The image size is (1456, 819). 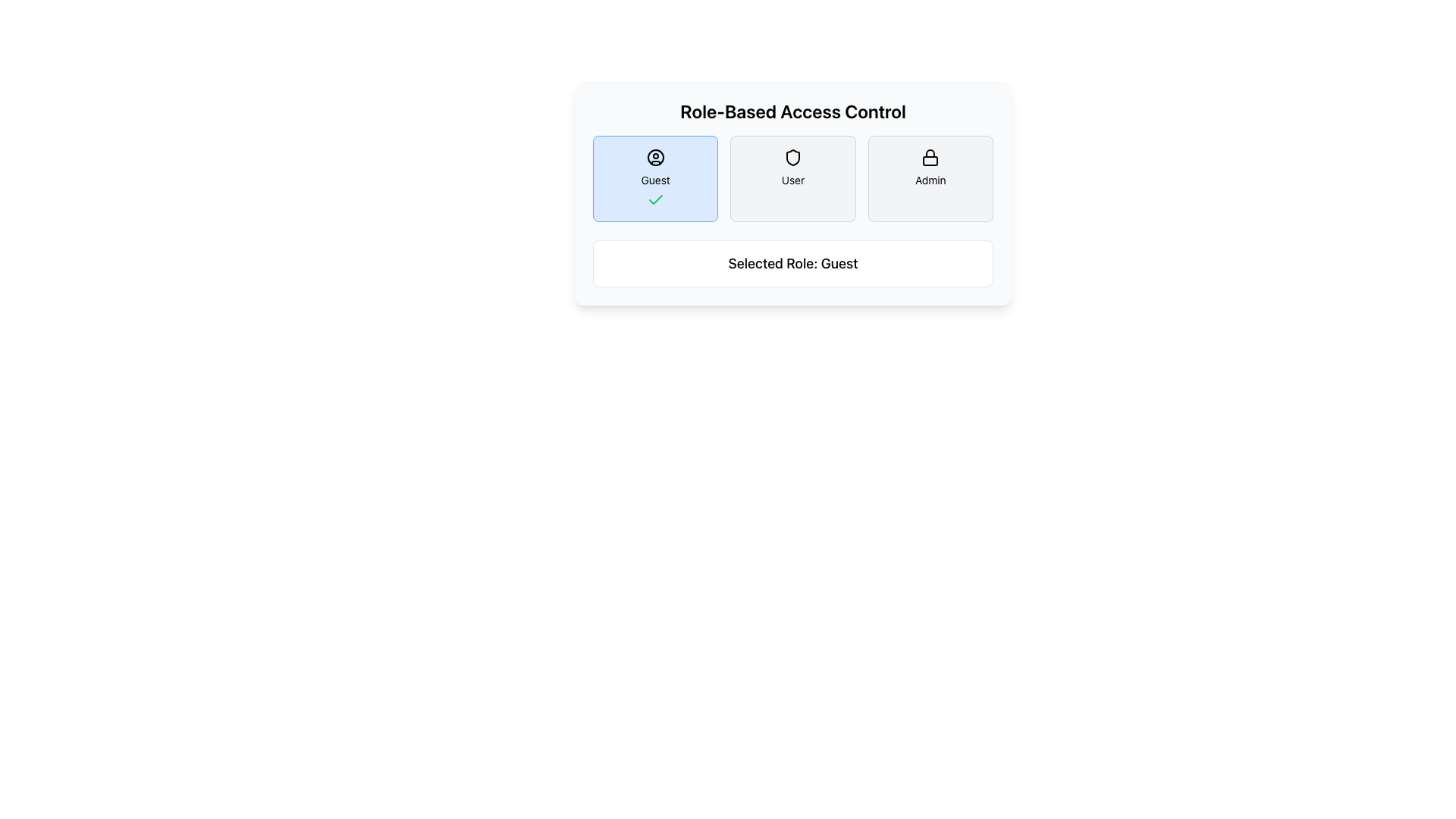 I want to click on the static text label reading 'User', which is styled in a small sans-serif font and located at the bottom-center of the central card representing role selection, so click(x=792, y=180).